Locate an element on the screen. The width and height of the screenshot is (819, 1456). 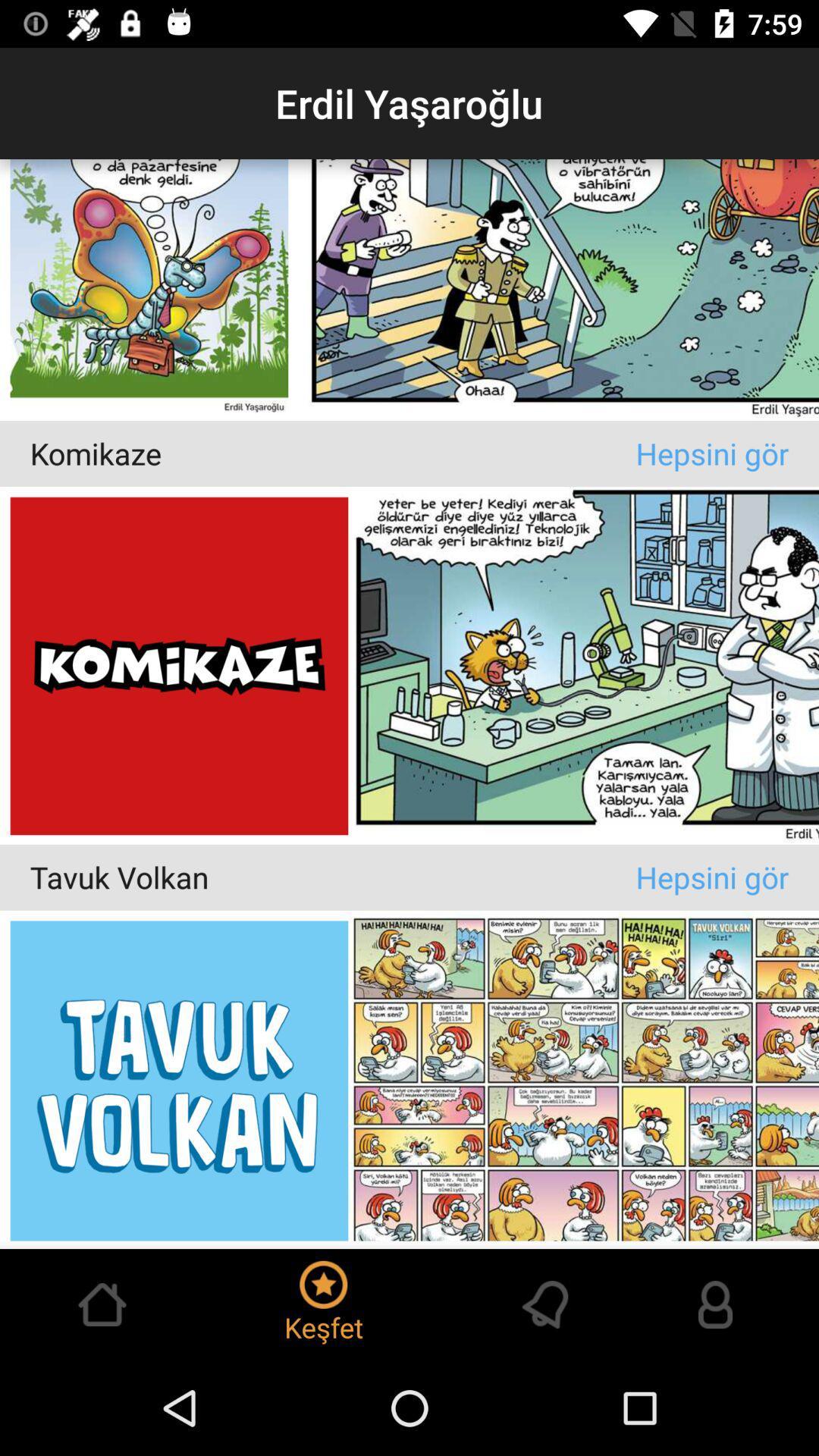
tavuk volkan at the center is located at coordinates (332, 877).